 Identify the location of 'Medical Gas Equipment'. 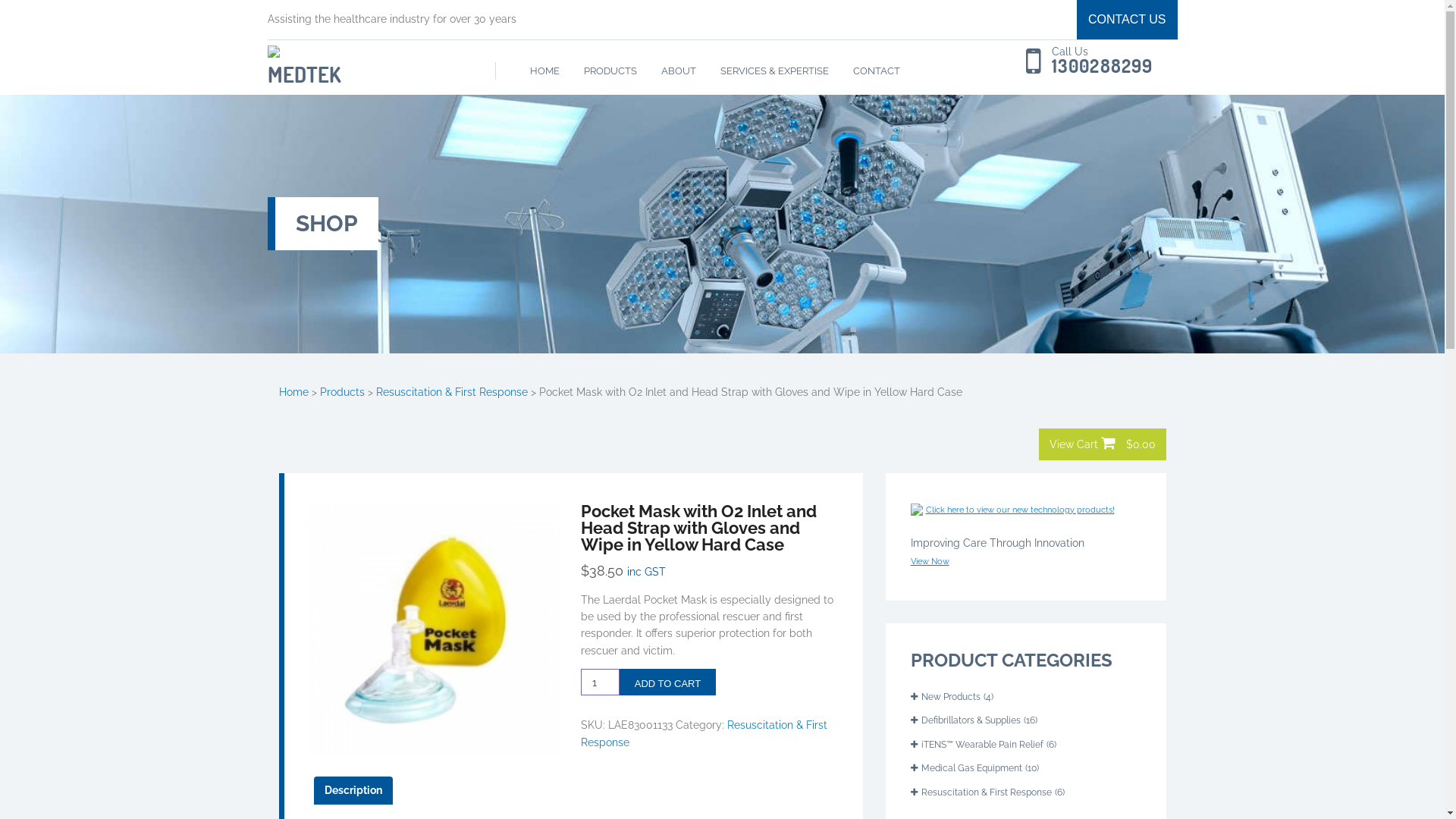
(965, 768).